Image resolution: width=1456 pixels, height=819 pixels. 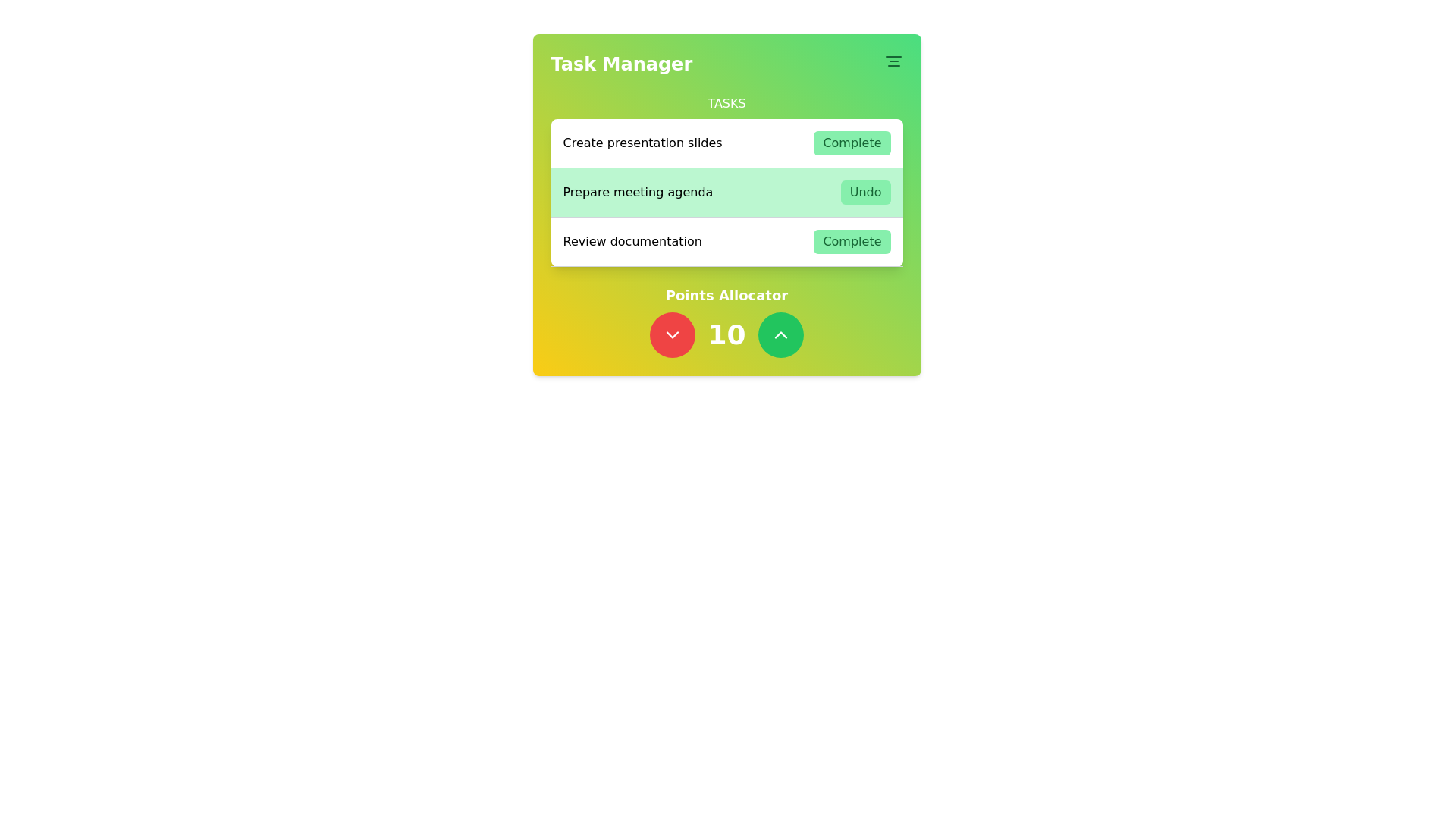 What do you see at coordinates (893, 61) in the screenshot?
I see `the SVG graphical icon in the header section of the Task Manager card, located at the top-right corner, which may represent alignment-related options` at bounding box center [893, 61].